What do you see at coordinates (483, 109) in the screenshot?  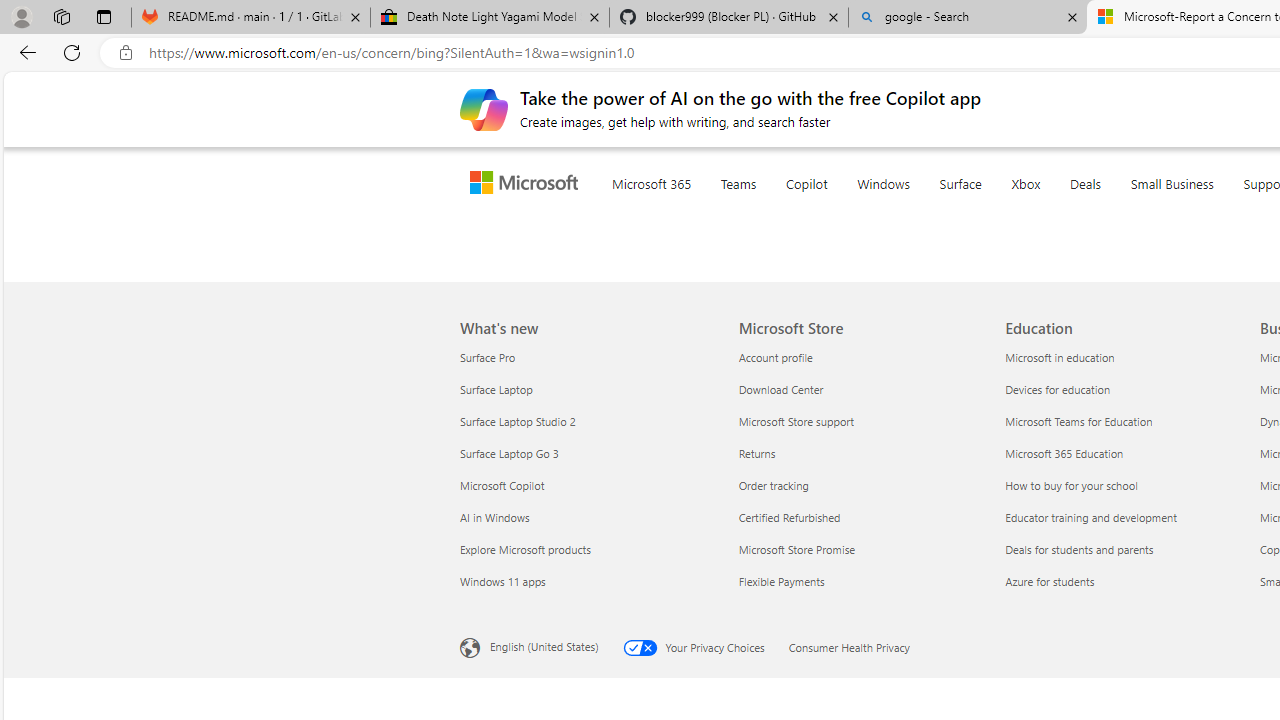 I see `'Create images, get help with writing, and search faster'` at bounding box center [483, 109].